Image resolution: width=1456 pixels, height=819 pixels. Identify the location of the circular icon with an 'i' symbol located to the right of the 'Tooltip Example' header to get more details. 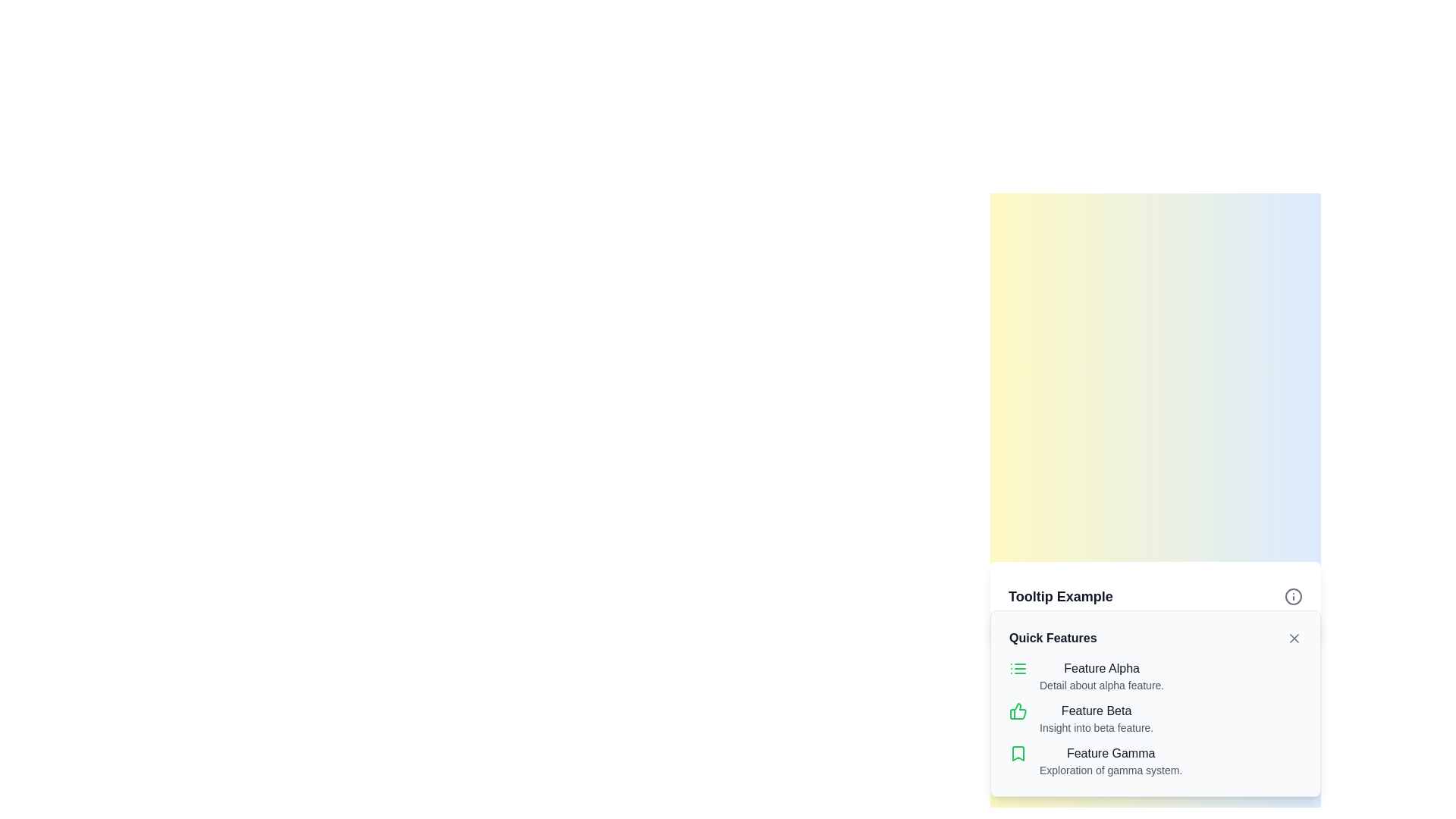
(1292, 595).